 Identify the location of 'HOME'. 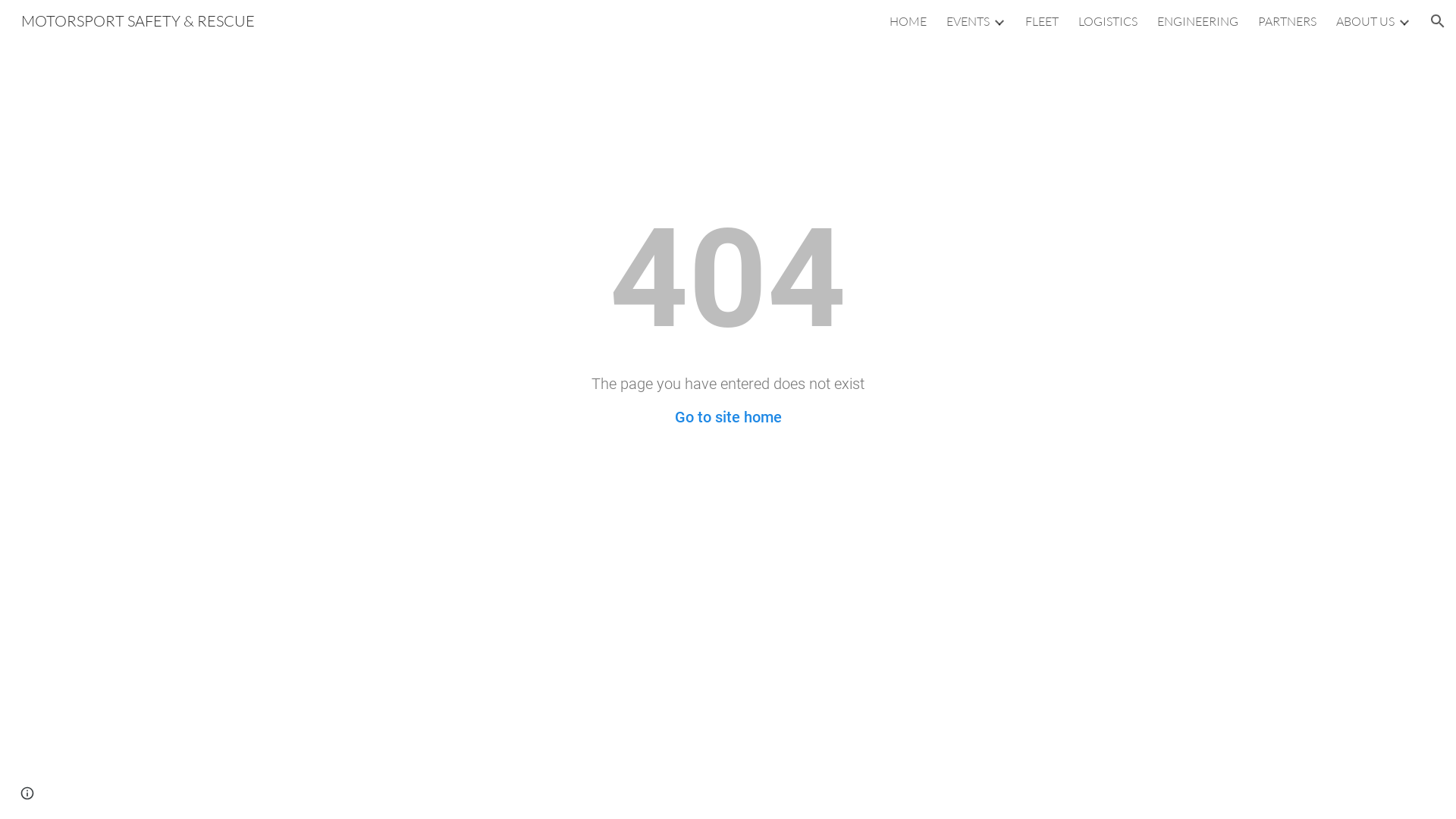
(889, 20).